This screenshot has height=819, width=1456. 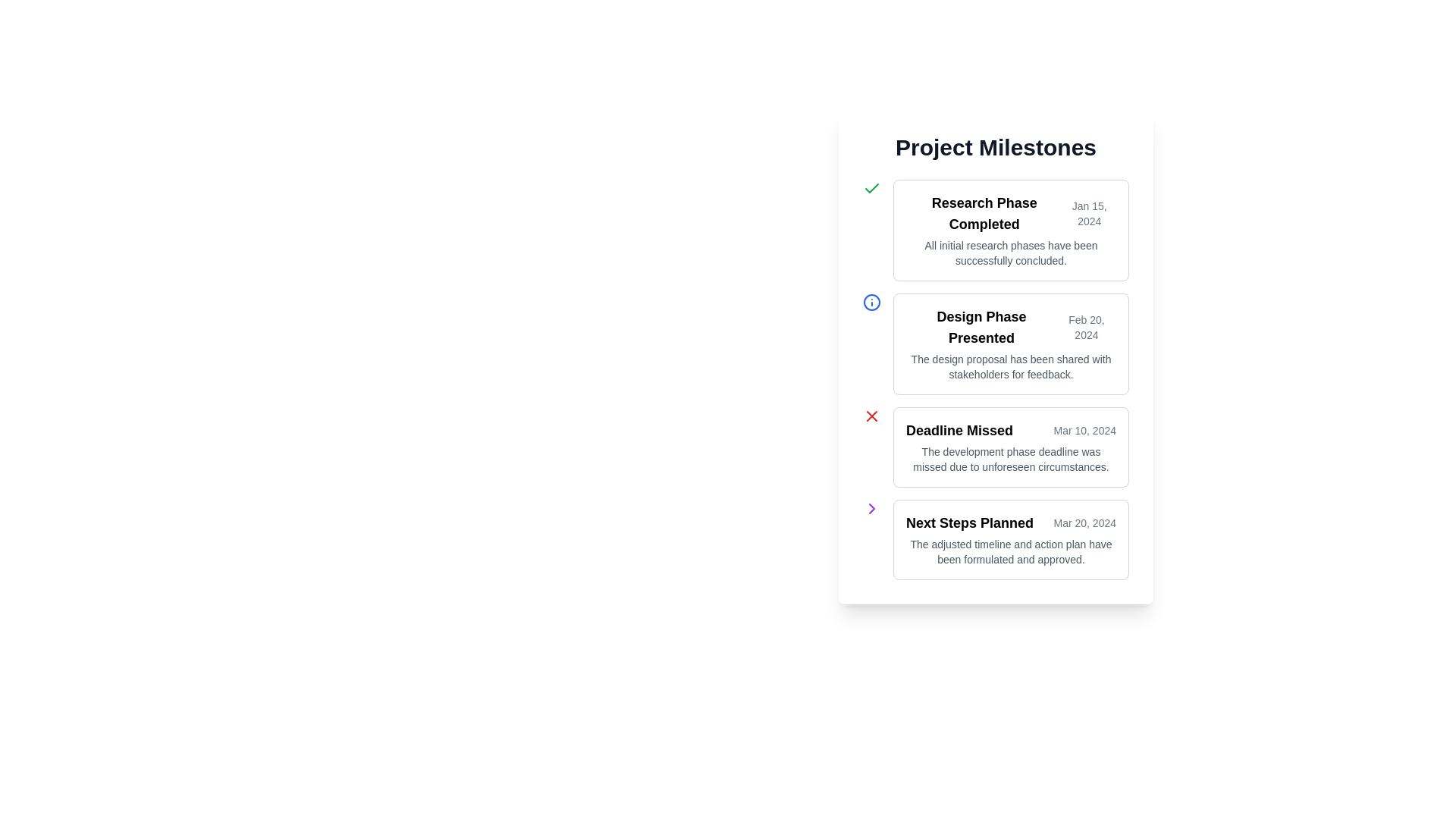 What do you see at coordinates (1011, 447) in the screenshot?
I see `the informational card indicating a missed deadline for the development phase, which is positioned third in a vertical stack of cards` at bounding box center [1011, 447].